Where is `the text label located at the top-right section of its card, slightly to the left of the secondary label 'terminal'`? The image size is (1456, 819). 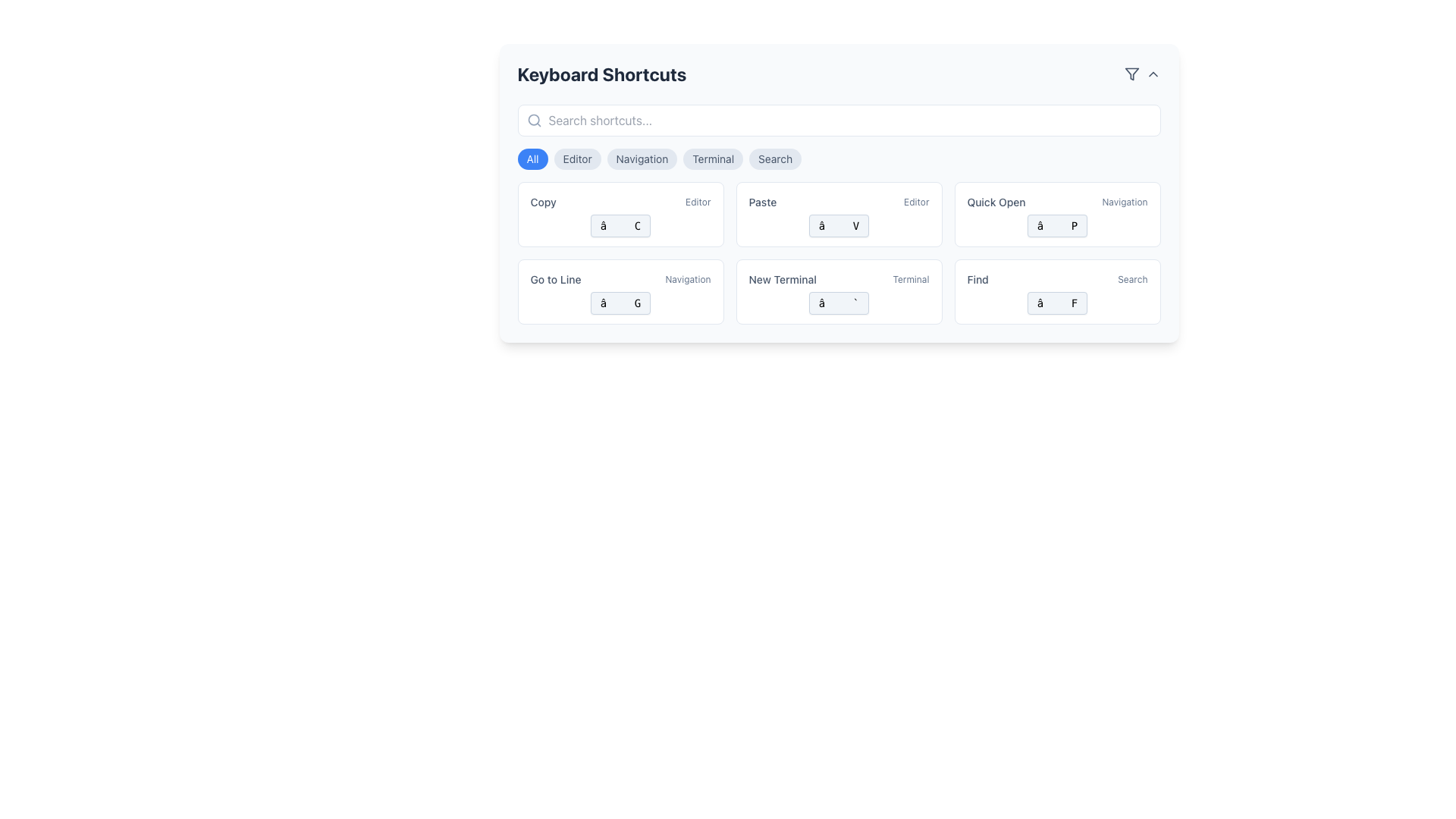 the text label located at the top-right section of its card, slightly to the left of the secondary label 'terminal' is located at coordinates (783, 280).